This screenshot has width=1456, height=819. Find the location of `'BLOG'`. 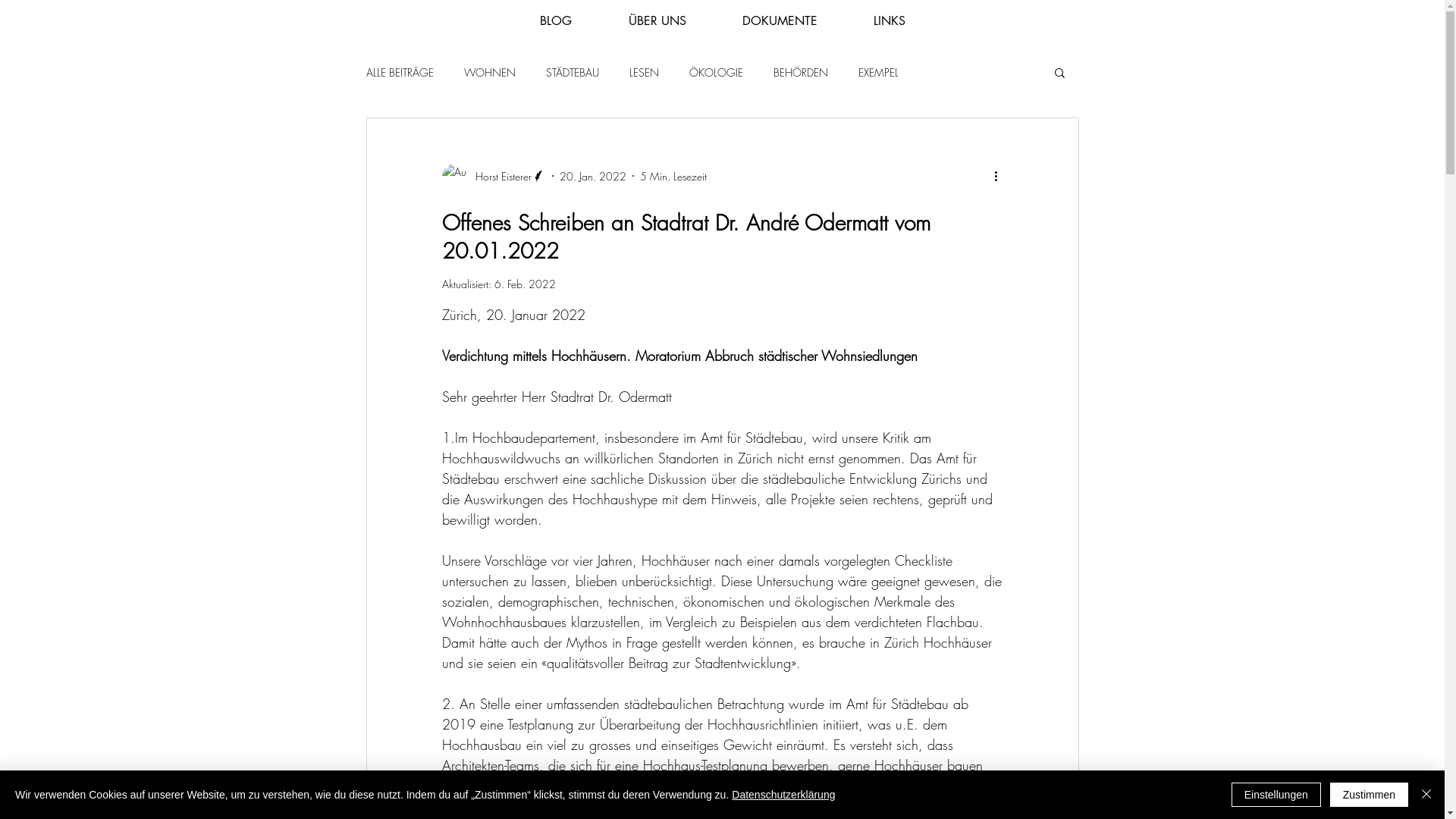

'BLOG' is located at coordinates (554, 20).